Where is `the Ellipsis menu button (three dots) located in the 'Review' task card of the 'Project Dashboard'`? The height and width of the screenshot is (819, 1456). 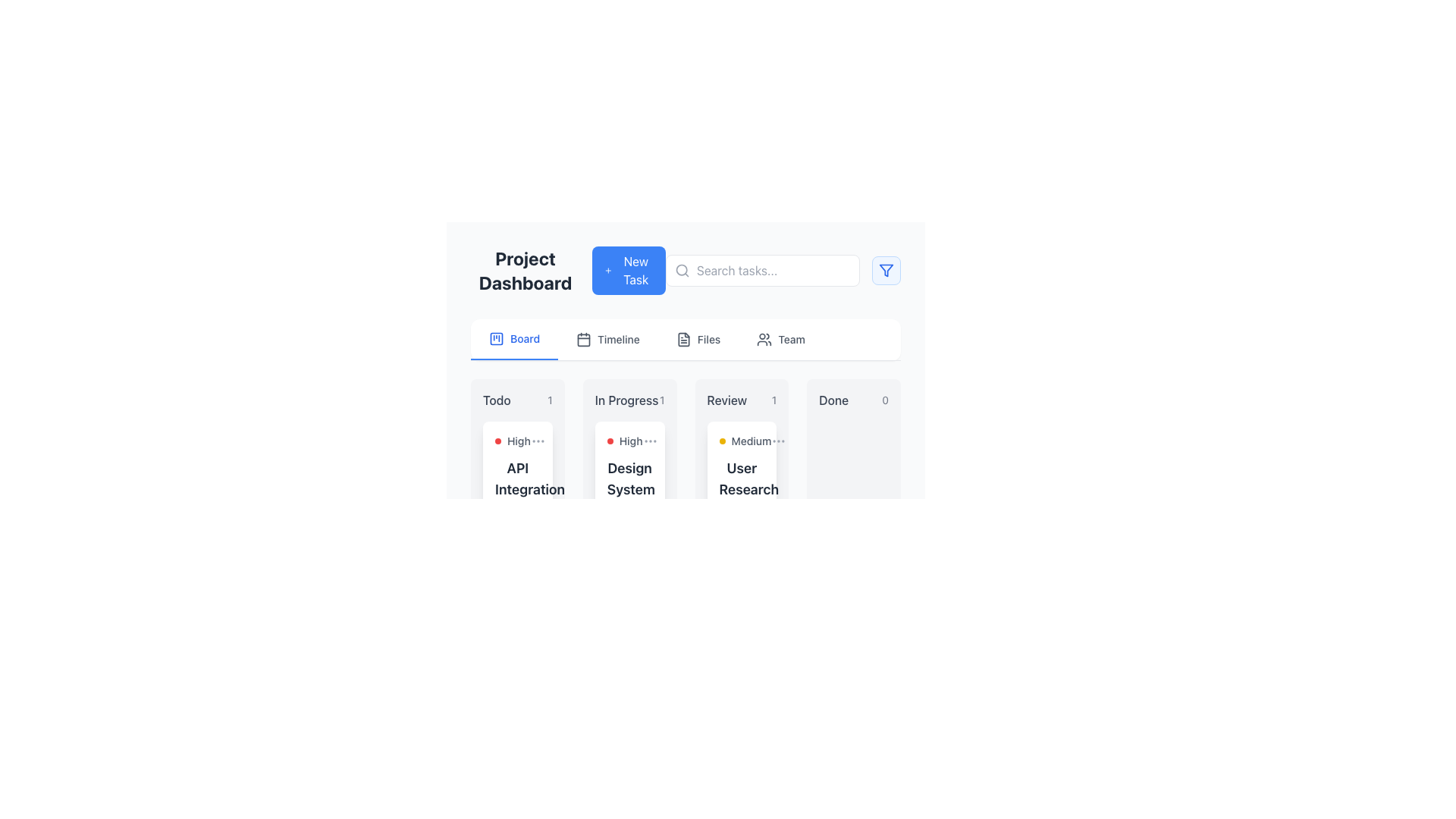 the Ellipsis menu button (three dots) located in the 'Review' task card of the 'Project Dashboard' is located at coordinates (779, 441).